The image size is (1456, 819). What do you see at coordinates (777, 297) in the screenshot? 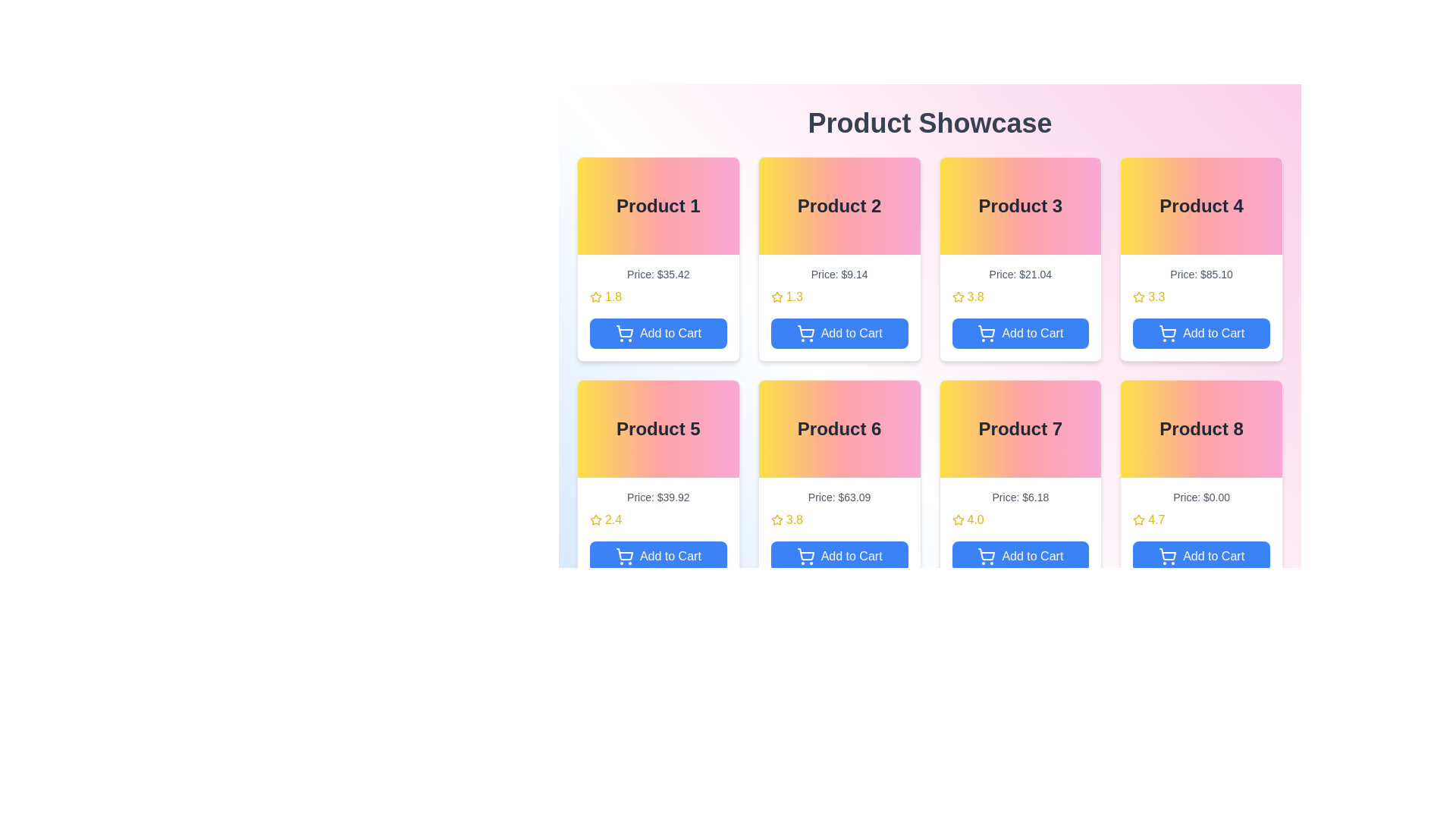
I see `the yellow star-shaped rating icon located in the rating section of the 'Product 2' card, adjacent to the numeric rating value of 1.3` at bounding box center [777, 297].